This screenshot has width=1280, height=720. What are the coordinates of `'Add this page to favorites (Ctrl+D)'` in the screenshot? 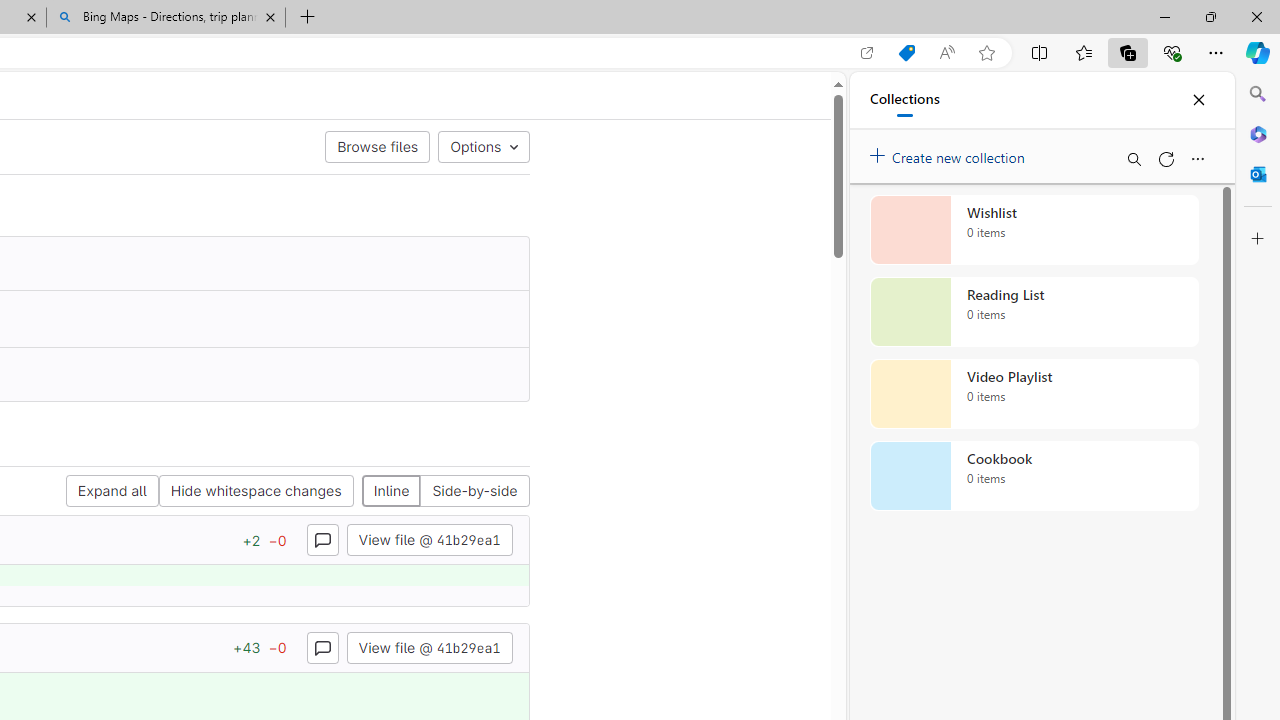 It's located at (986, 52).